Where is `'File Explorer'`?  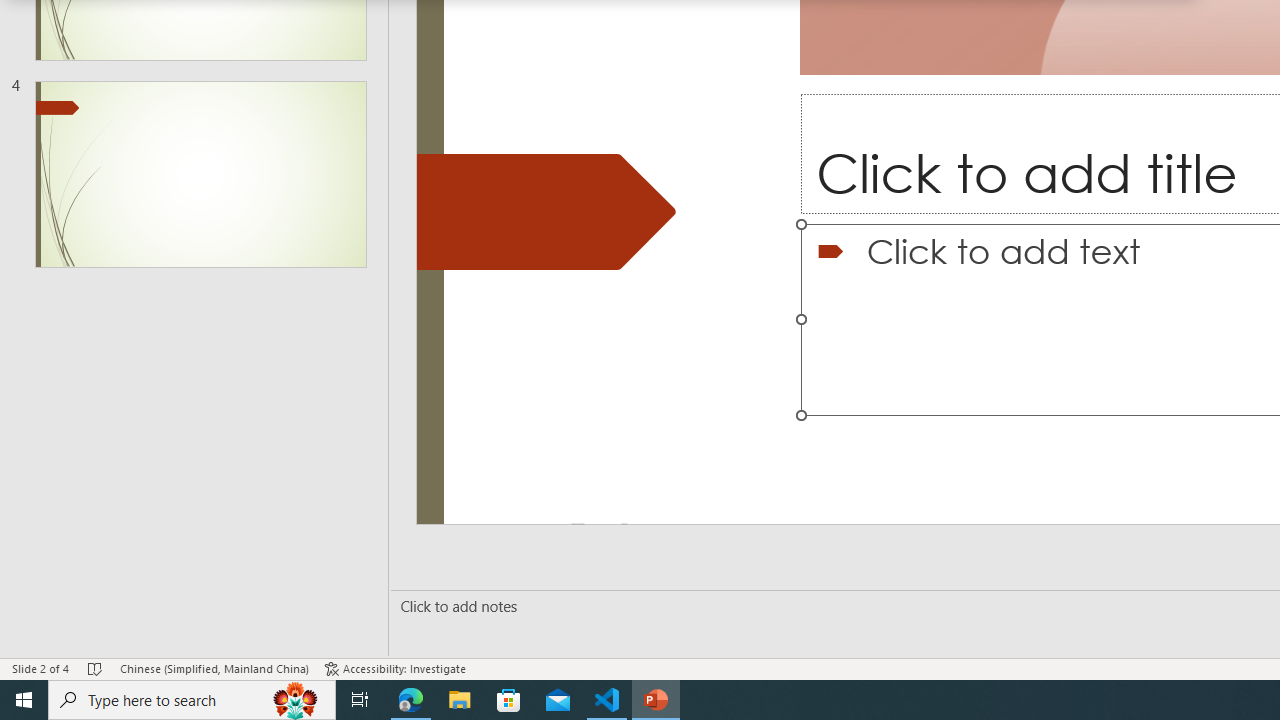
'File Explorer' is located at coordinates (459, 698).